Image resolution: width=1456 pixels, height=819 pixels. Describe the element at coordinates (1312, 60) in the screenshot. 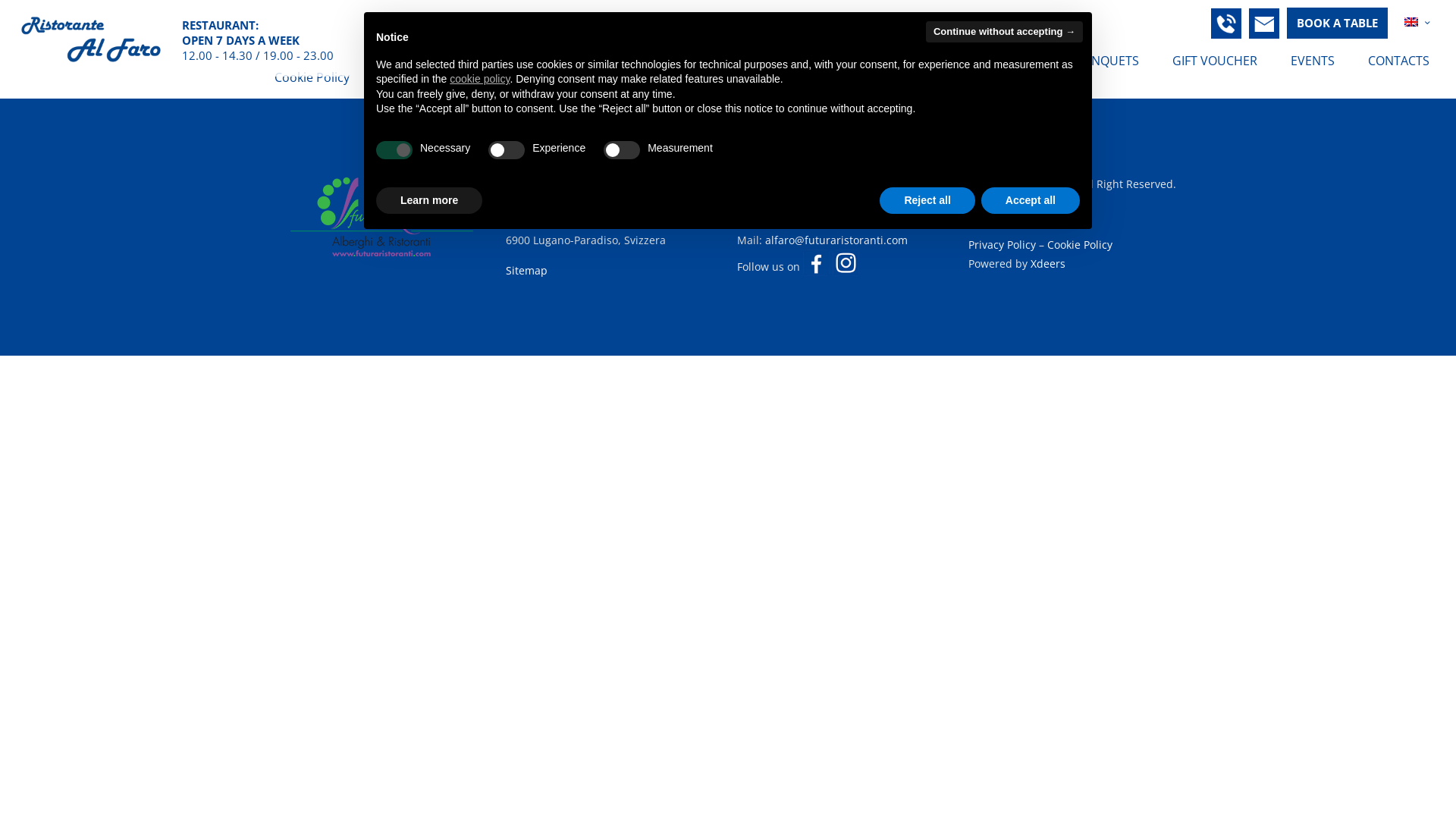

I see `'EVENTS'` at that location.